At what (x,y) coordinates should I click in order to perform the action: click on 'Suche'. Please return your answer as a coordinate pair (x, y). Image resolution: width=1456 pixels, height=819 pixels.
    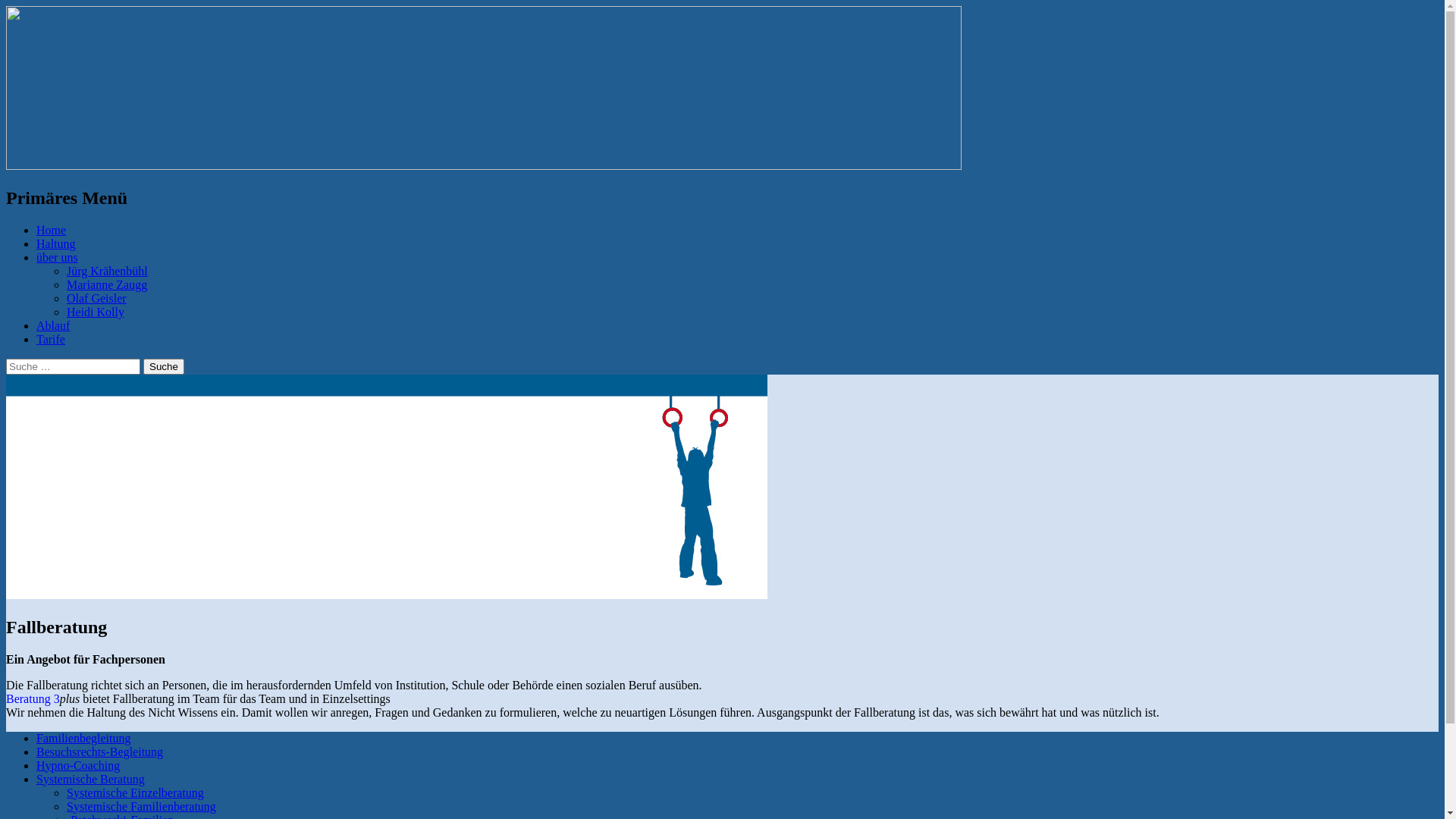
    Looking at the image, I should click on (164, 366).